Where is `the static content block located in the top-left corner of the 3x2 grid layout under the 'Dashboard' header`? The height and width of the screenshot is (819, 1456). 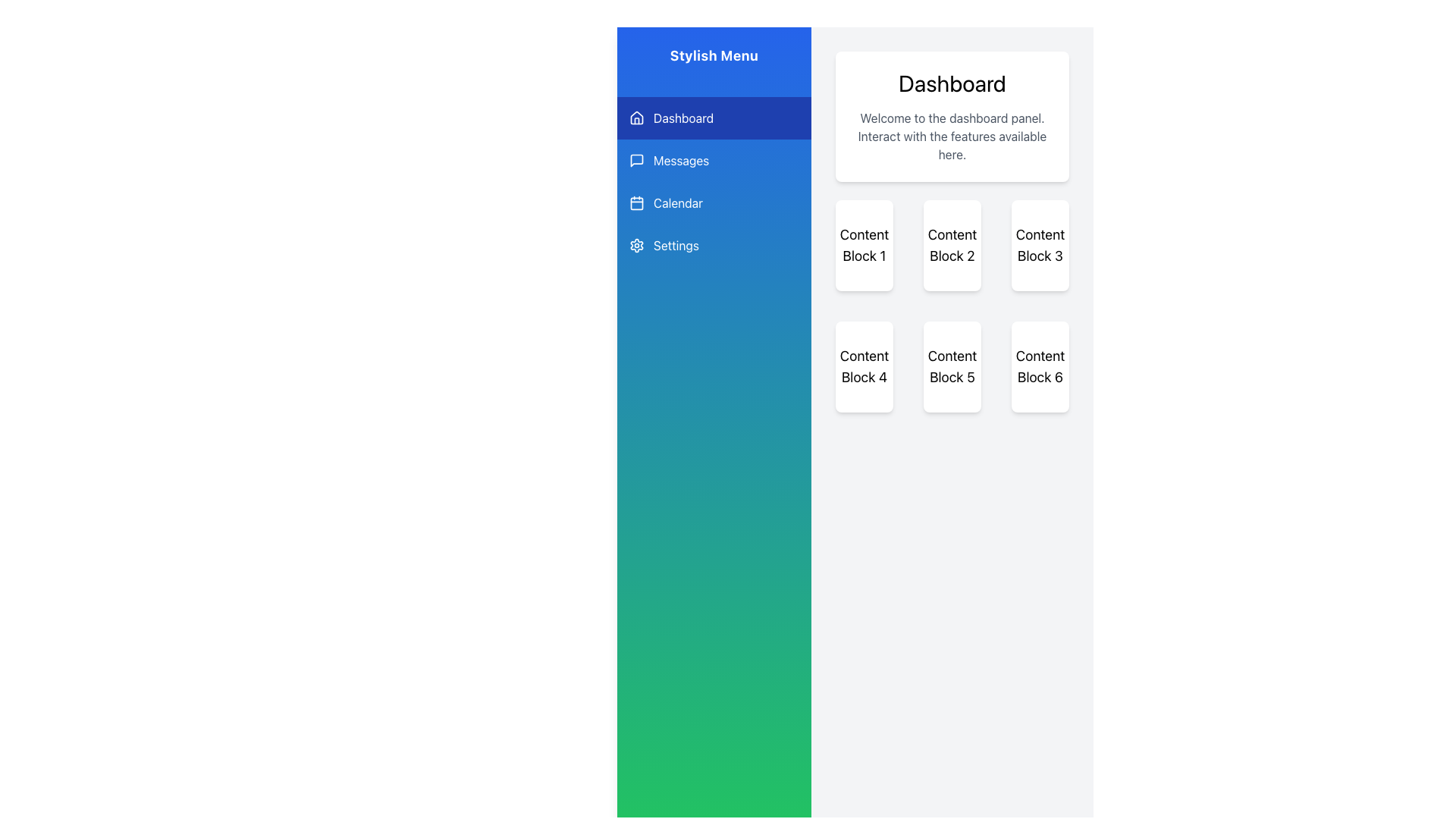
the static content block located in the top-left corner of the 3x2 grid layout under the 'Dashboard' header is located at coordinates (864, 245).